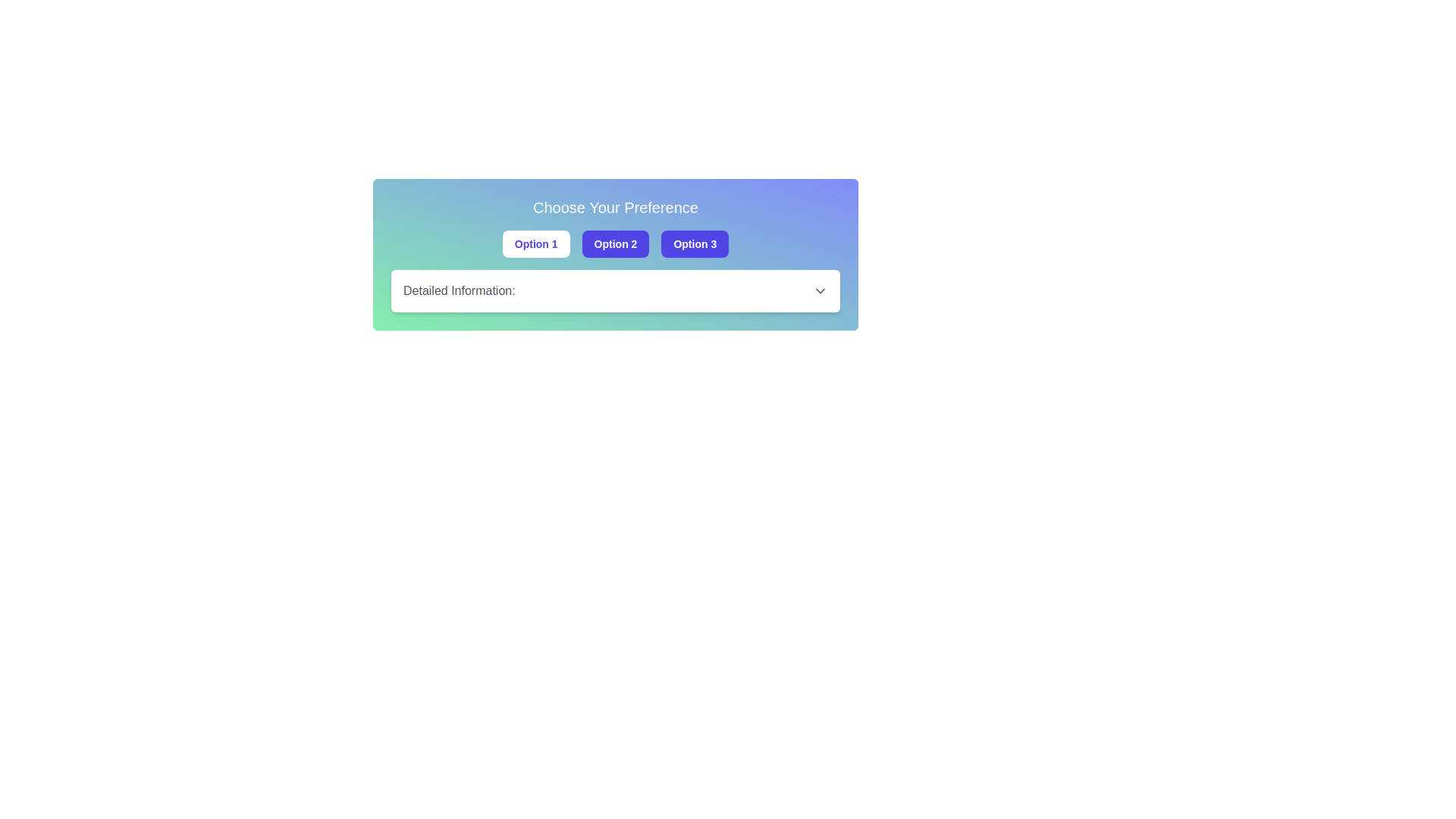 This screenshot has height=819, width=1456. What do you see at coordinates (615, 253) in the screenshot?
I see `the button labeled 'Option 2' which is the second button in a row of three, centrally aligned under the heading 'Choose Your Preference'` at bounding box center [615, 253].